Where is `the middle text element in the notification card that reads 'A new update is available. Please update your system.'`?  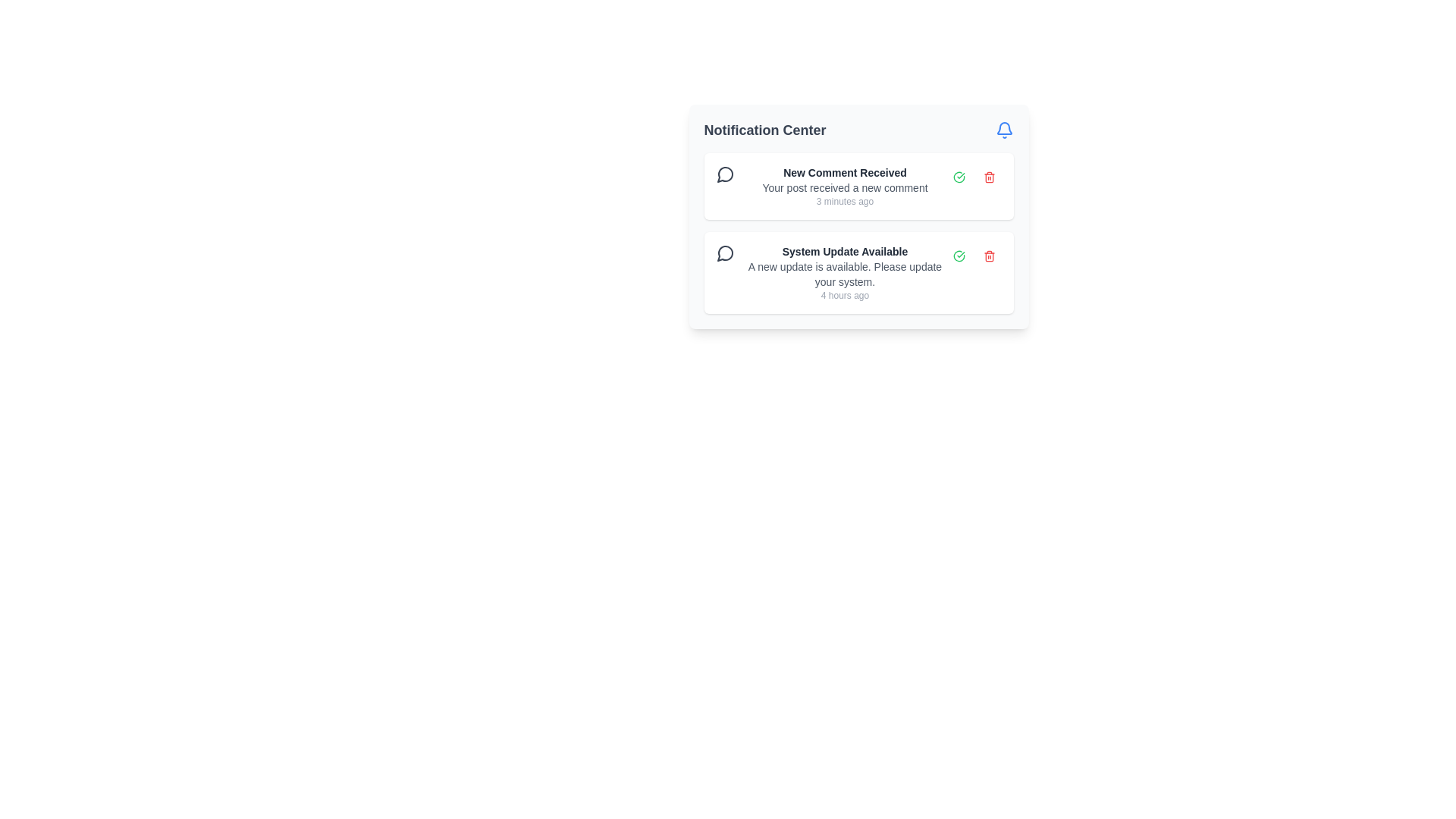
the middle text element in the notification card that reads 'A new update is available. Please update your system.' is located at coordinates (844, 275).